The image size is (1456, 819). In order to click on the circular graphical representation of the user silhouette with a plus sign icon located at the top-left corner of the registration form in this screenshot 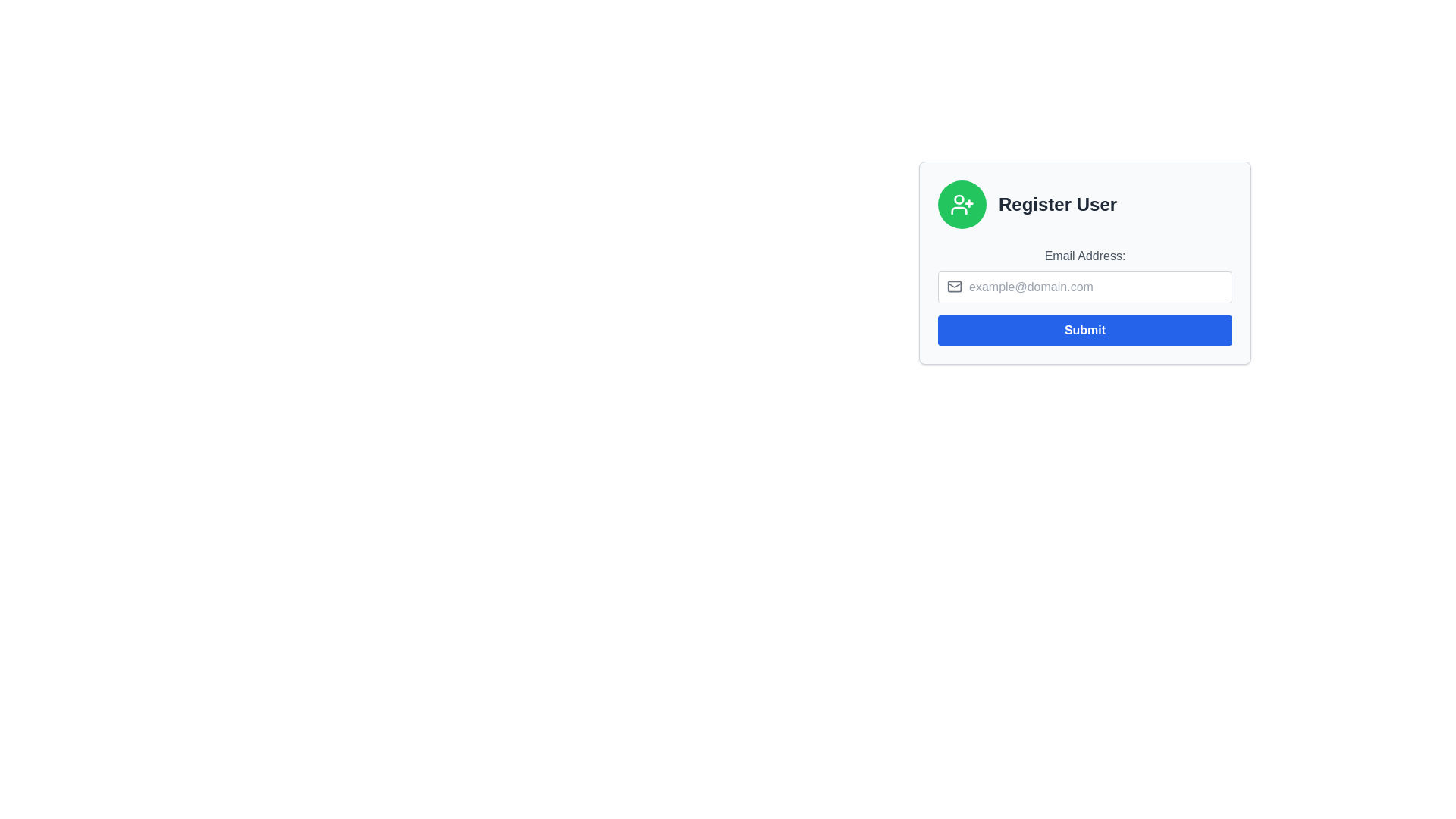, I will do `click(959, 198)`.